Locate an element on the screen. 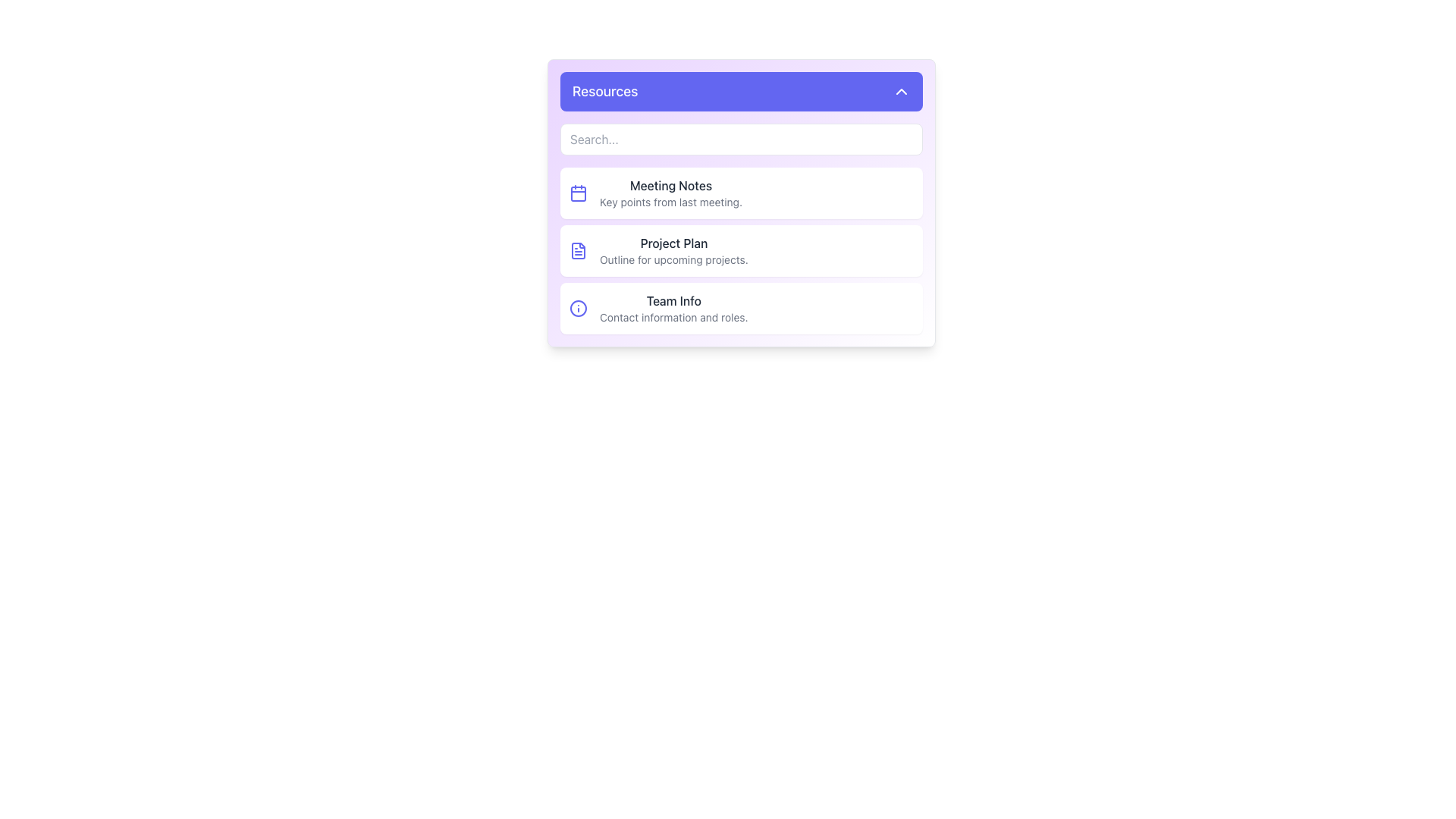  the informational icon located at the leftmost position of the 'Team Info' card, adjacent to the text 'Team Info, Contact information and roles.' is located at coordinates (578, 308).